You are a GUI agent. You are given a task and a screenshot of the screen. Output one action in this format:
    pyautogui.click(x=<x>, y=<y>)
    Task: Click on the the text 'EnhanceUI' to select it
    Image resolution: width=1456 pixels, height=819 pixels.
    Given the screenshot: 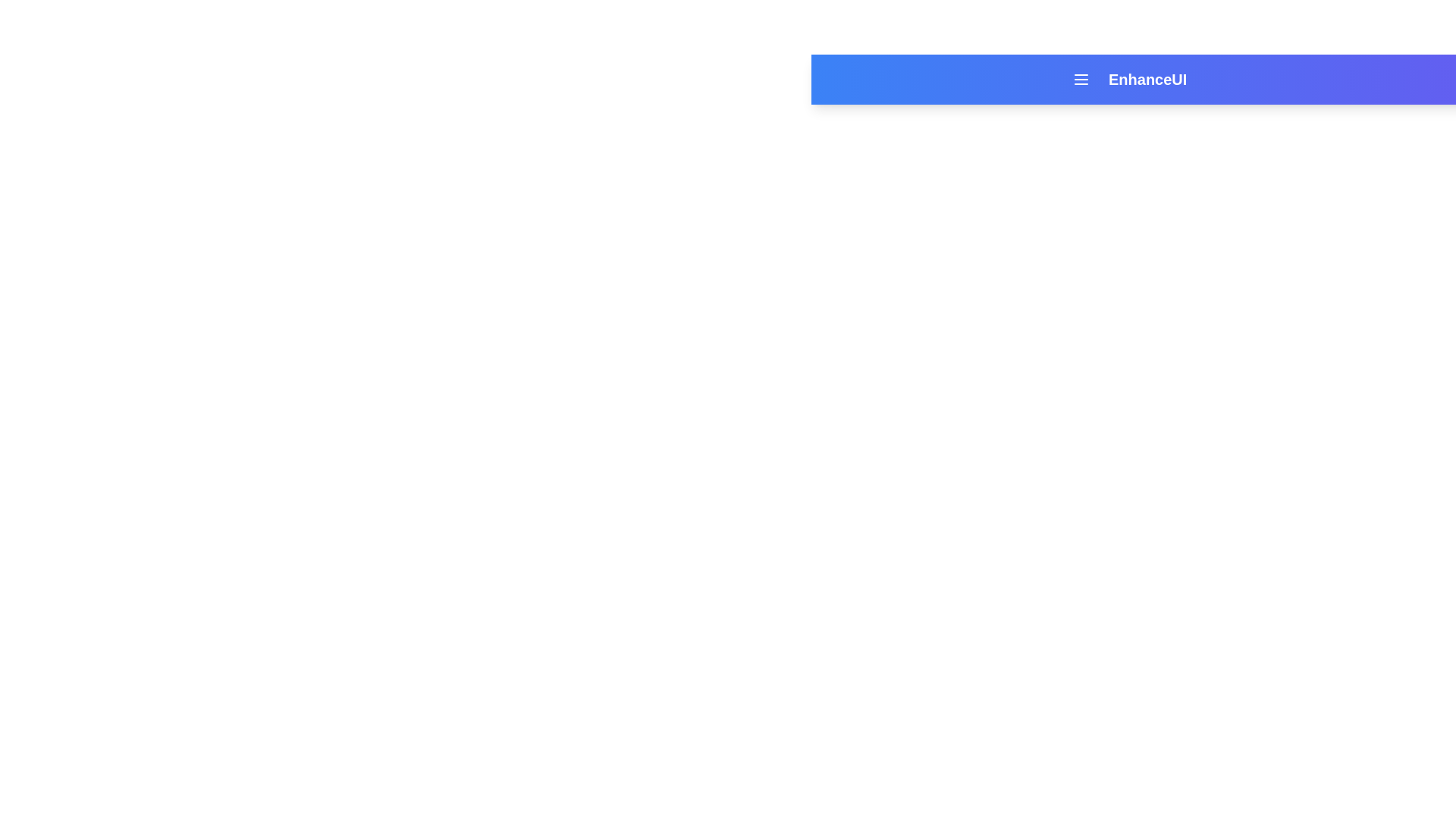 What is the action you would take?
    pyautogui.click(x=1147, y=79)
    